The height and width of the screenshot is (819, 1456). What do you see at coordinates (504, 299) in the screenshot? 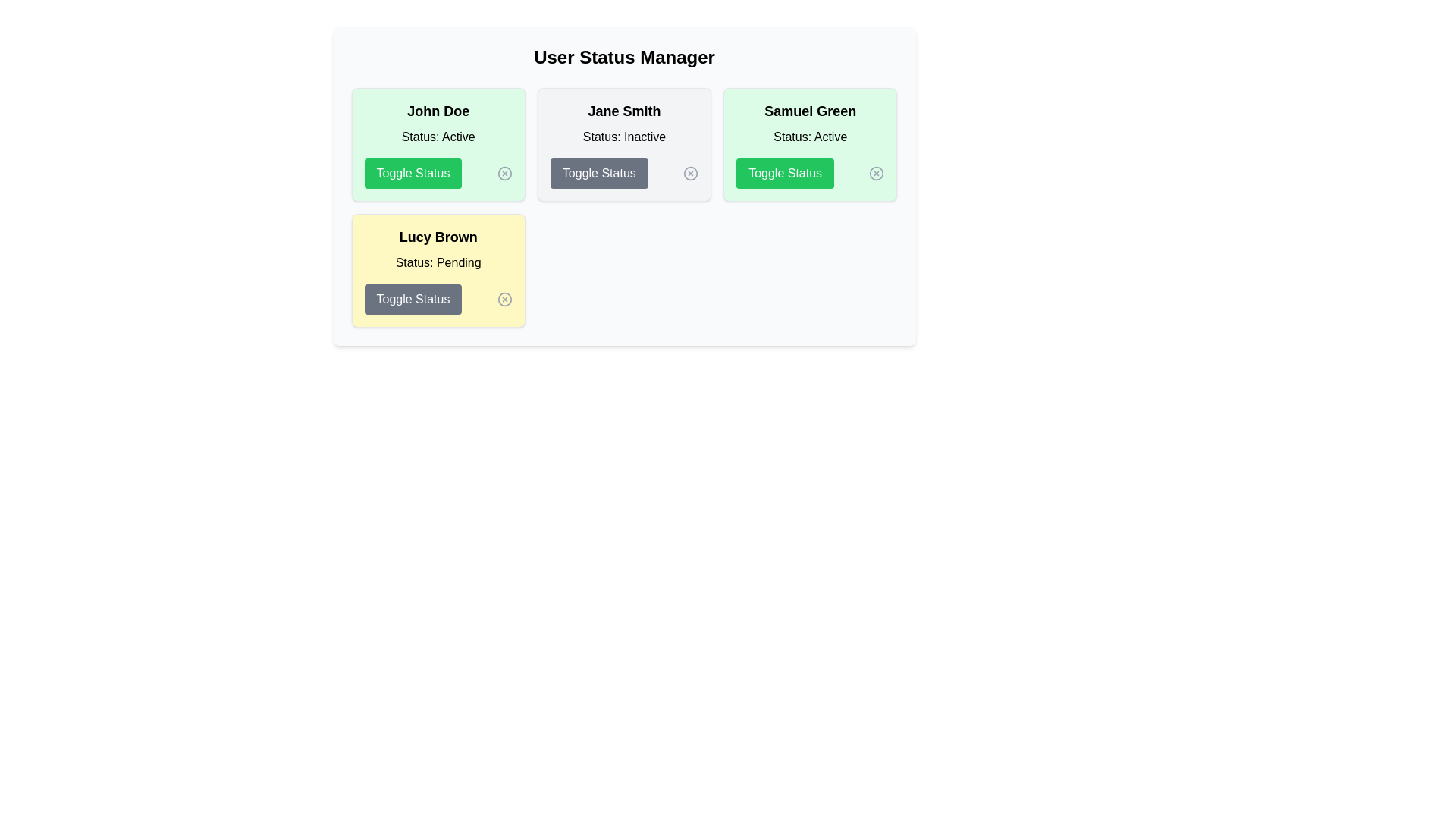
I see `the 'XCircle' icon next to the user Lucy Brown` at bounding box center [504, 299].